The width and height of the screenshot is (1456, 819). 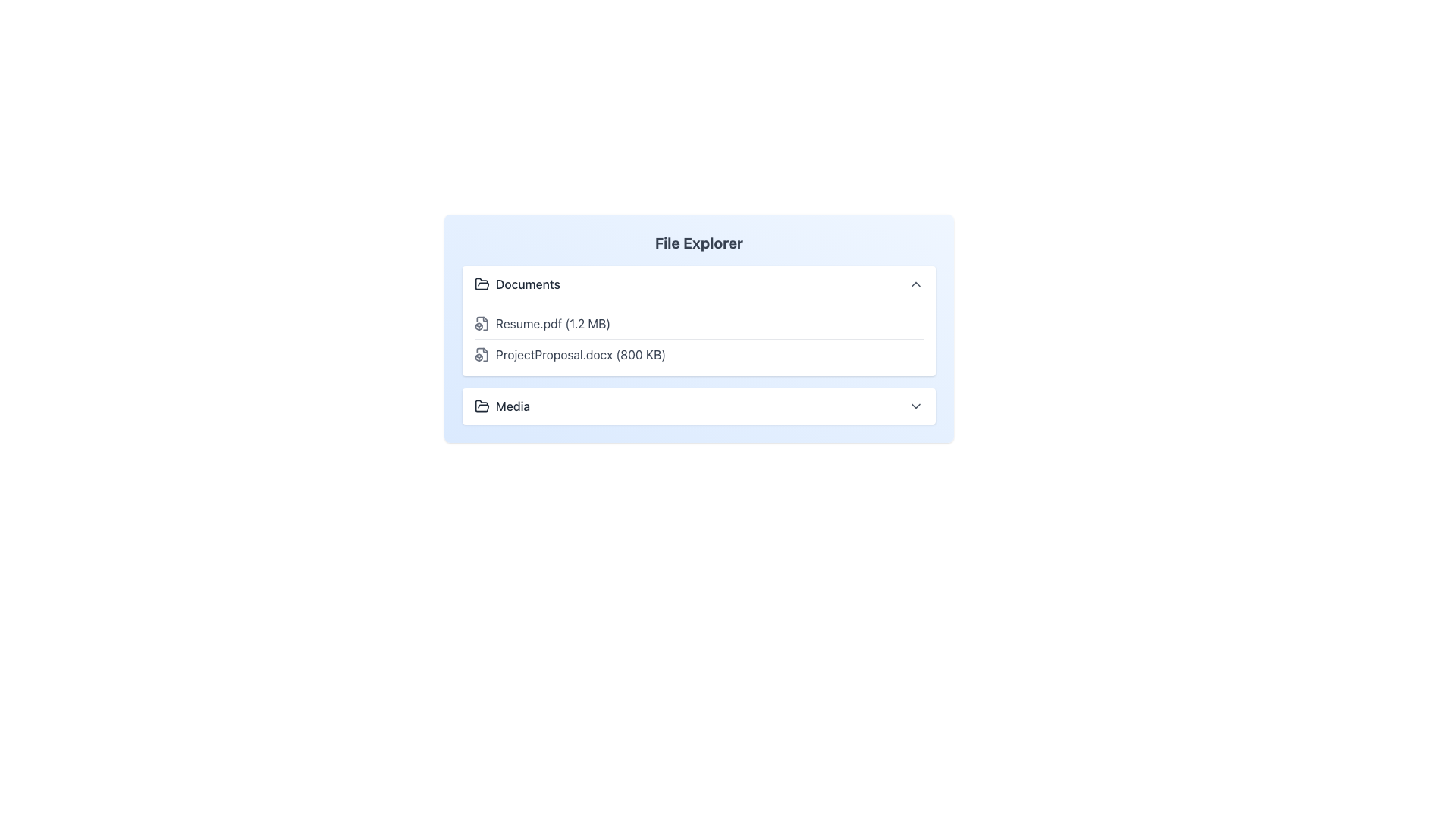 What do you see at coordinates (542, 323) in the screenshot?
I see `the file entry row displaying 'Resume.pdf' (1.2 MB) in the Documents section` at bounding box center [542, 323].